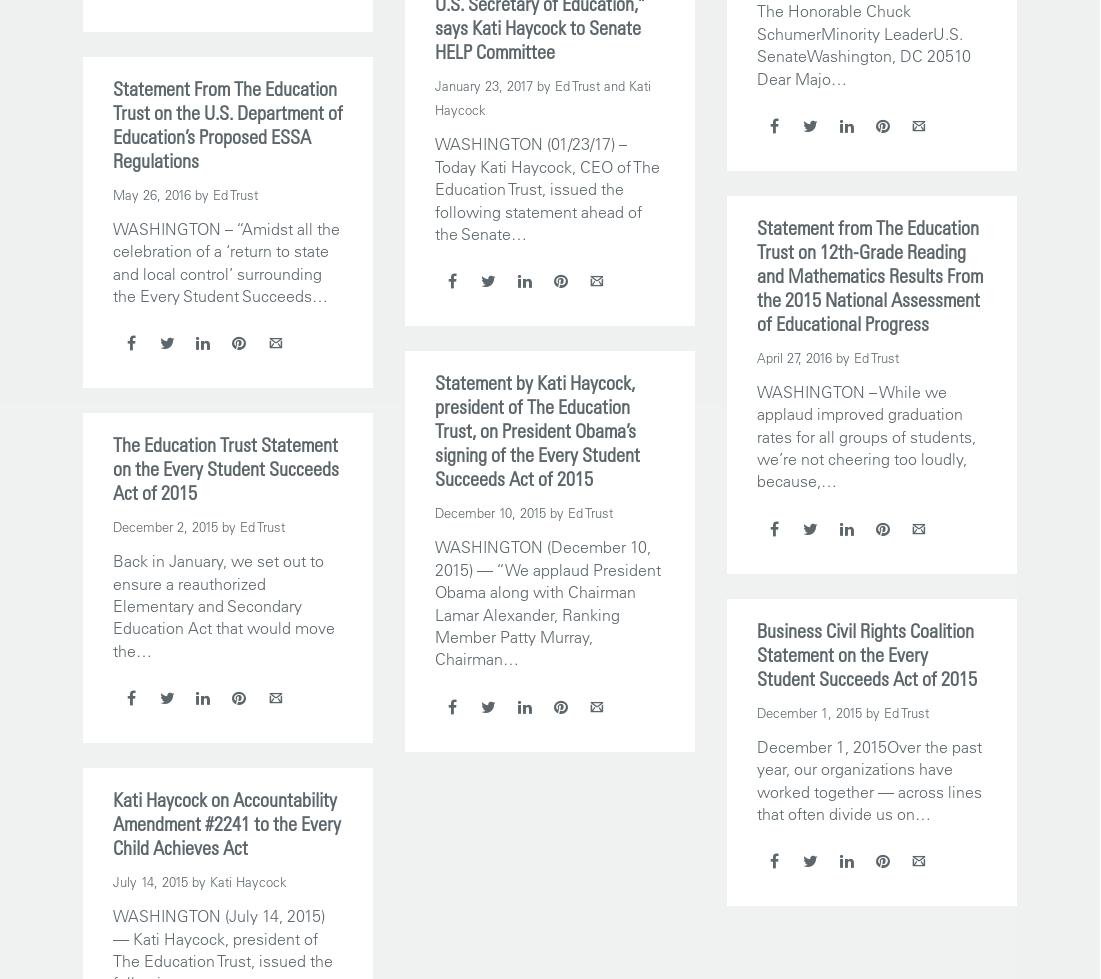 This screenshot has height=979, width=1101. What do you see at coordinates (224, 604) in the screenshot?
I see `'Back in January, we set out to ensure a reauthorized Elementary and Secondary Education Act that would move the…'` at bounding box center [224, 604].